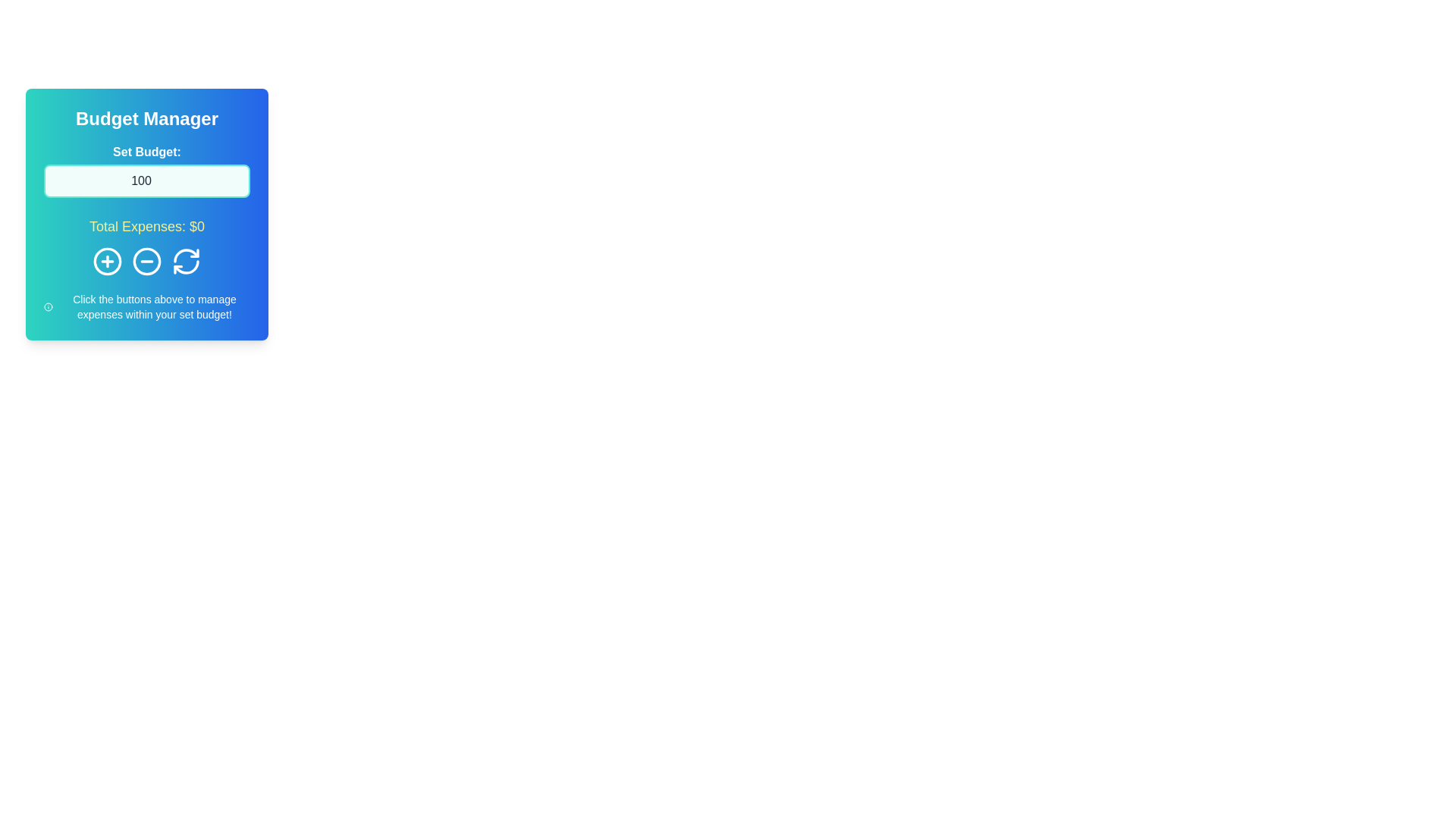 This screenshot has width=1456, height=819. Describe the element at coordinates (146, 180) in the screenshot. I see `the Number Input Field located under the label 'Set Budget:' to focus on it for editing the budget amount` at that location.